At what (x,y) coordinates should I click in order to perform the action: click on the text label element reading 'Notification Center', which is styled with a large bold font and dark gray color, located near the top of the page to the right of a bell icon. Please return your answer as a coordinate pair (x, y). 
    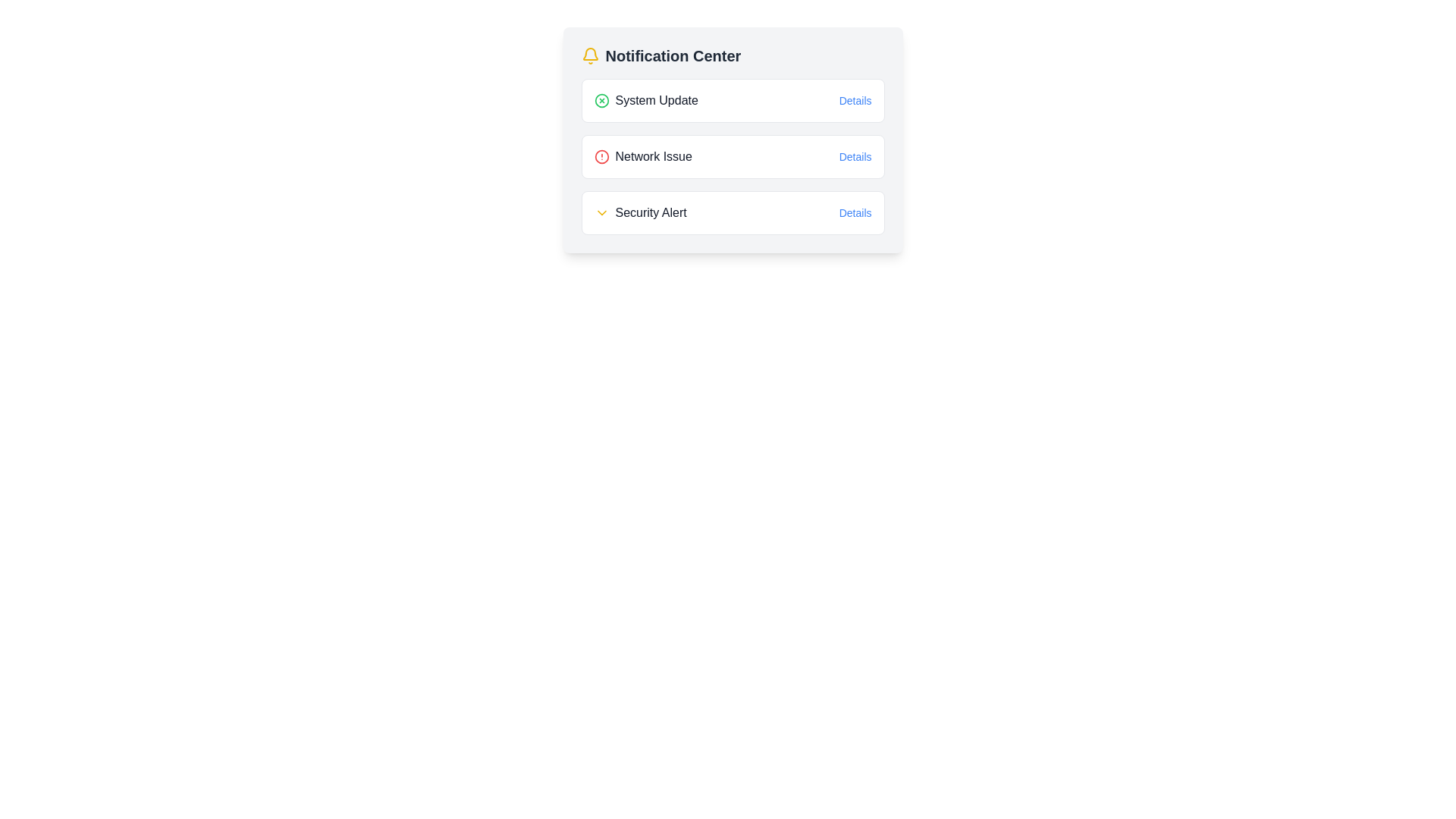
    Looking at the image, I should click on (673, 55).